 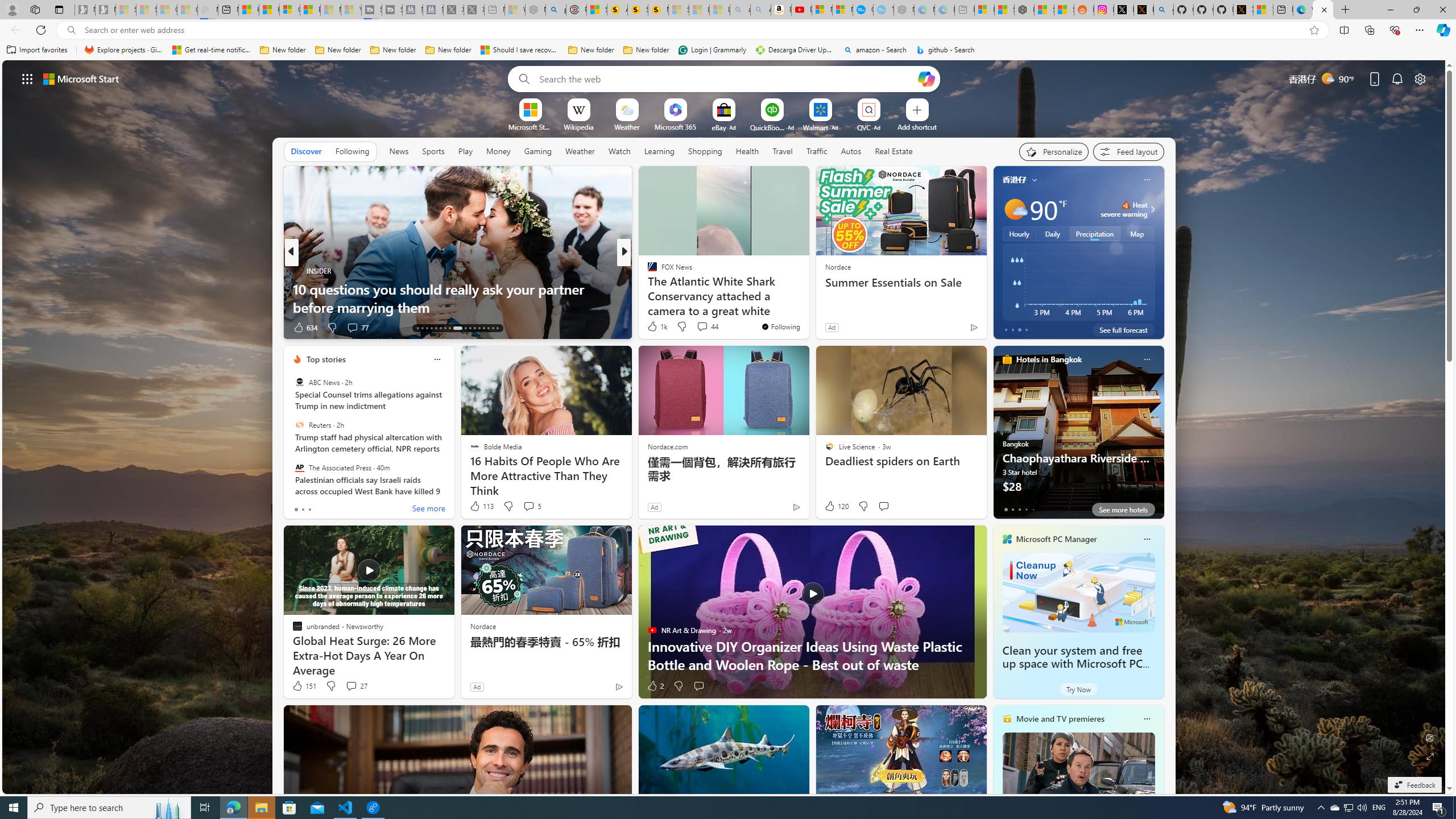 I want to click on 'Expand background', so click(x=1430, y=756).